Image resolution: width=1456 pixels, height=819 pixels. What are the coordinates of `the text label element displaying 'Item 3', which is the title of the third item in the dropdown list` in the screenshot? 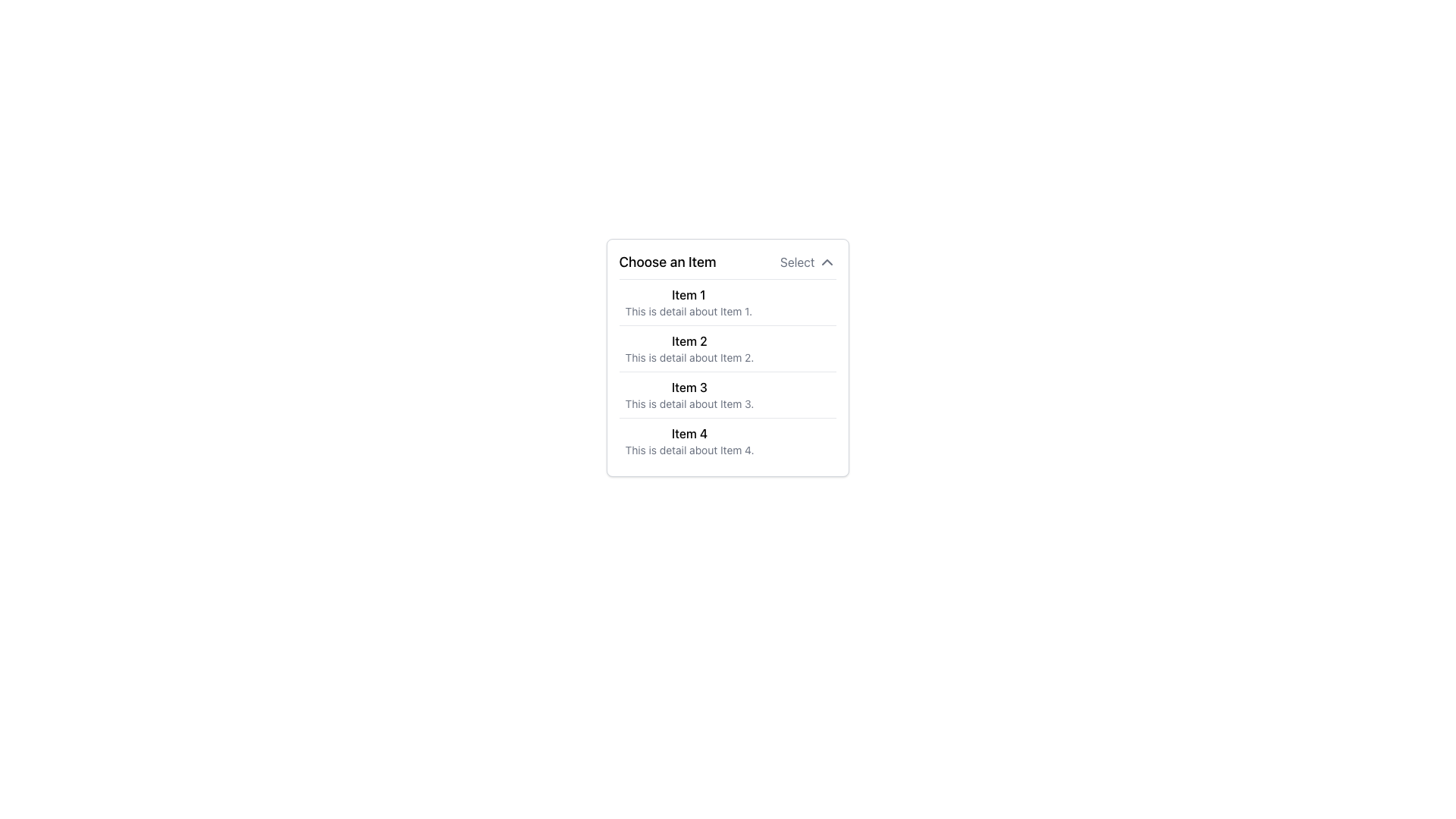 It's located at (689, 386).